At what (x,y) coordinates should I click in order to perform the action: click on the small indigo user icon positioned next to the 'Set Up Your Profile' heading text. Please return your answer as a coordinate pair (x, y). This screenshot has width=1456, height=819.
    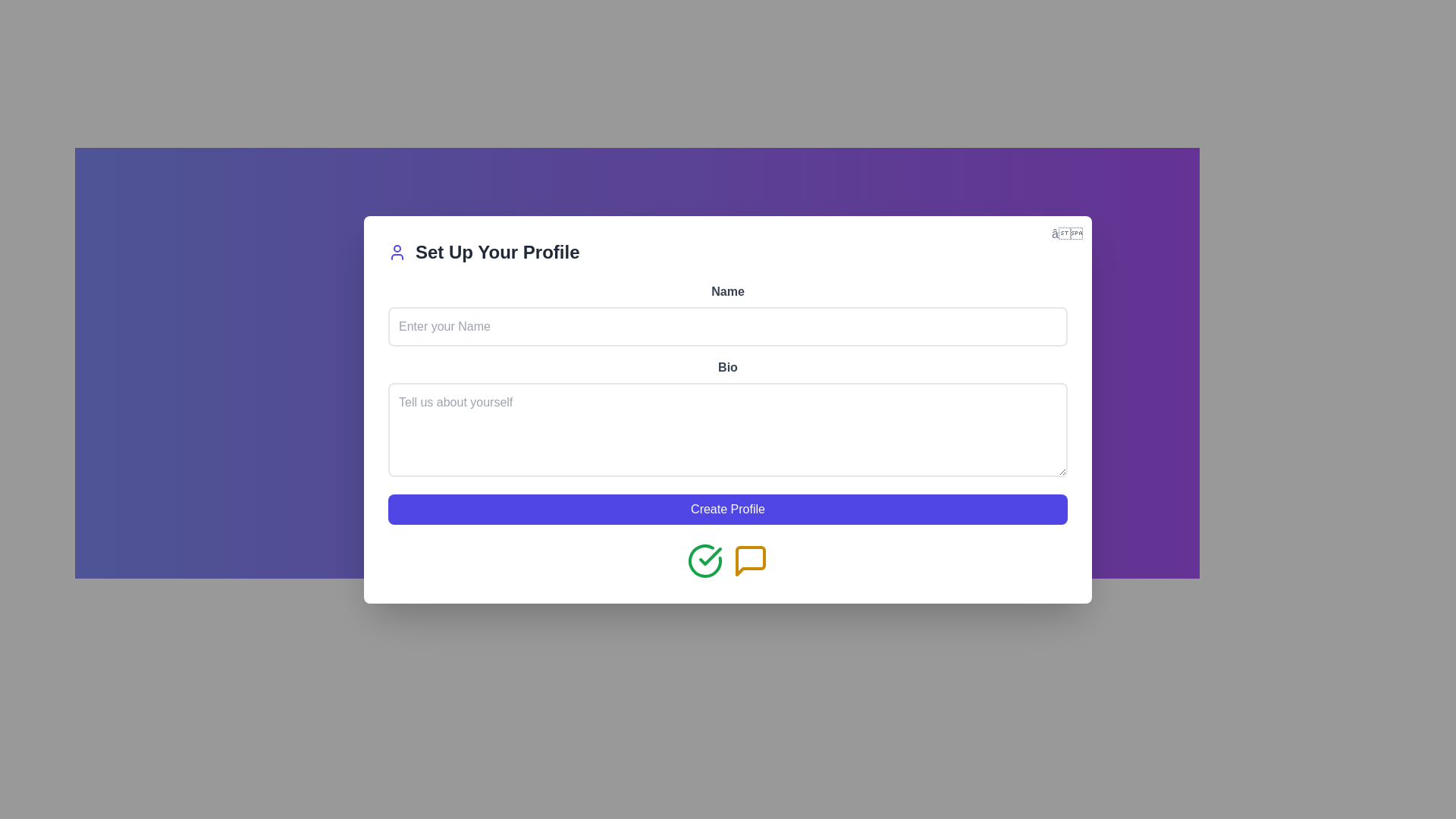
    Looking at the image, I should click on (397, 251).